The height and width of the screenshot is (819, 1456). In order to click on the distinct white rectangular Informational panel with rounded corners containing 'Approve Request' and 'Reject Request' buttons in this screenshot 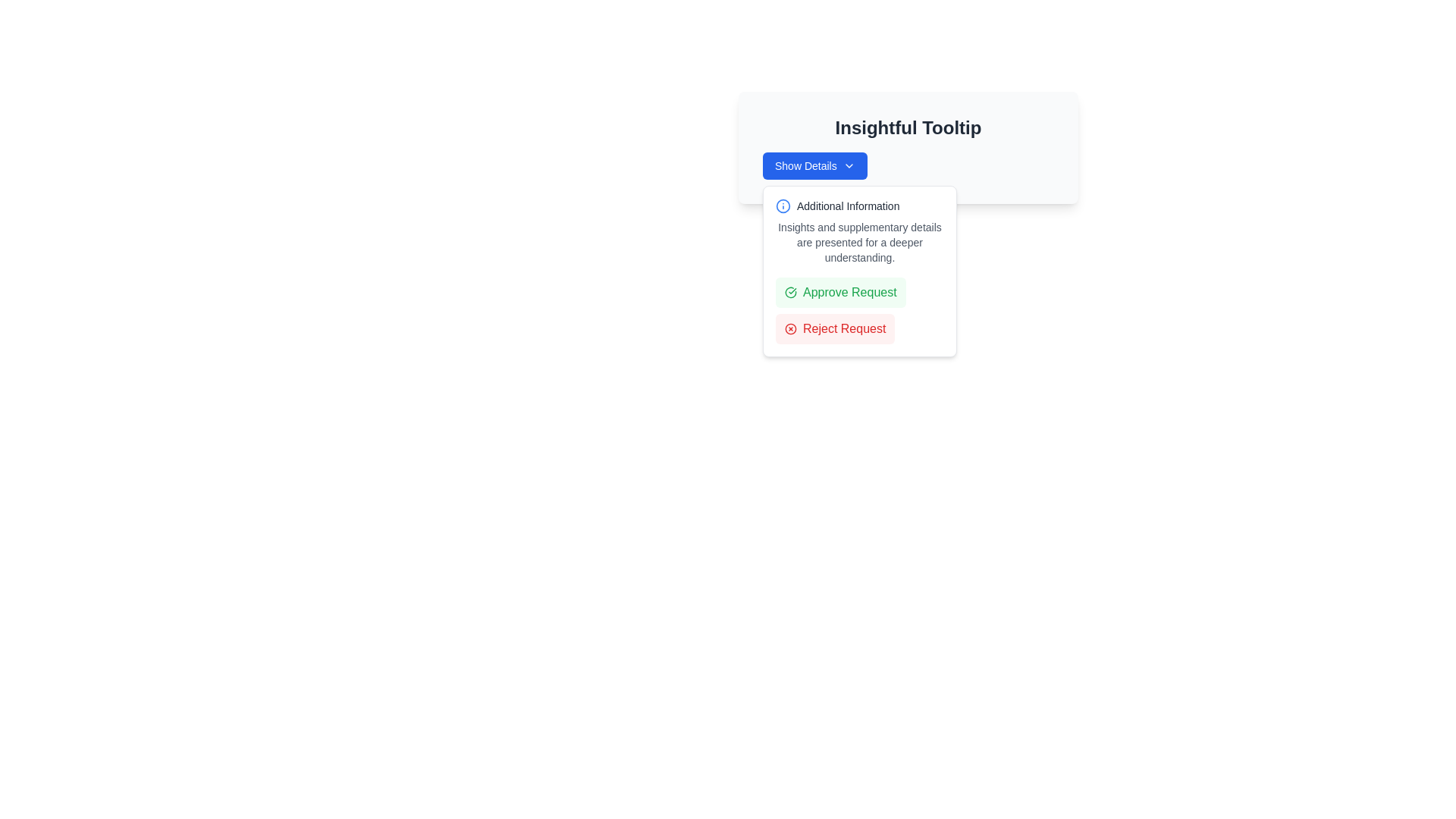, I will do `click(859, 271)`.